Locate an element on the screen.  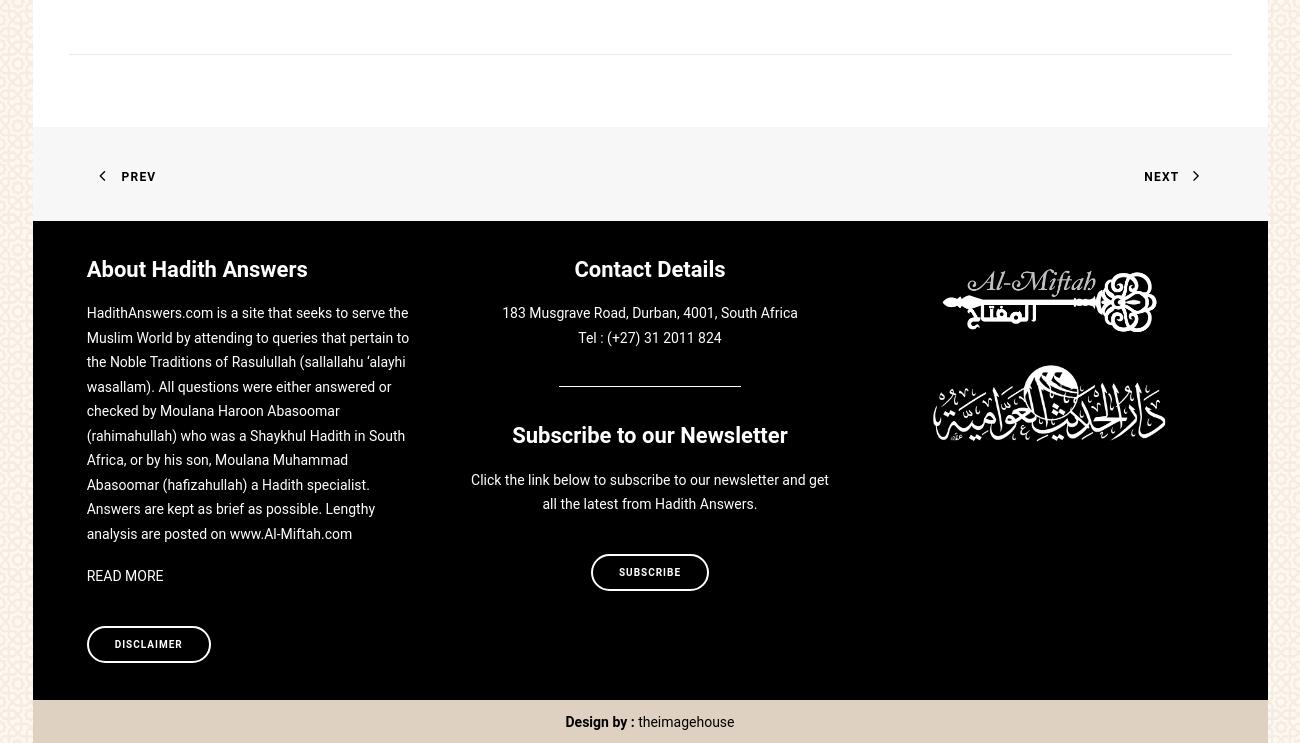
'183 Musgrave Road, Durban, 4001, South Africa' is located at coordinates (649, 313).